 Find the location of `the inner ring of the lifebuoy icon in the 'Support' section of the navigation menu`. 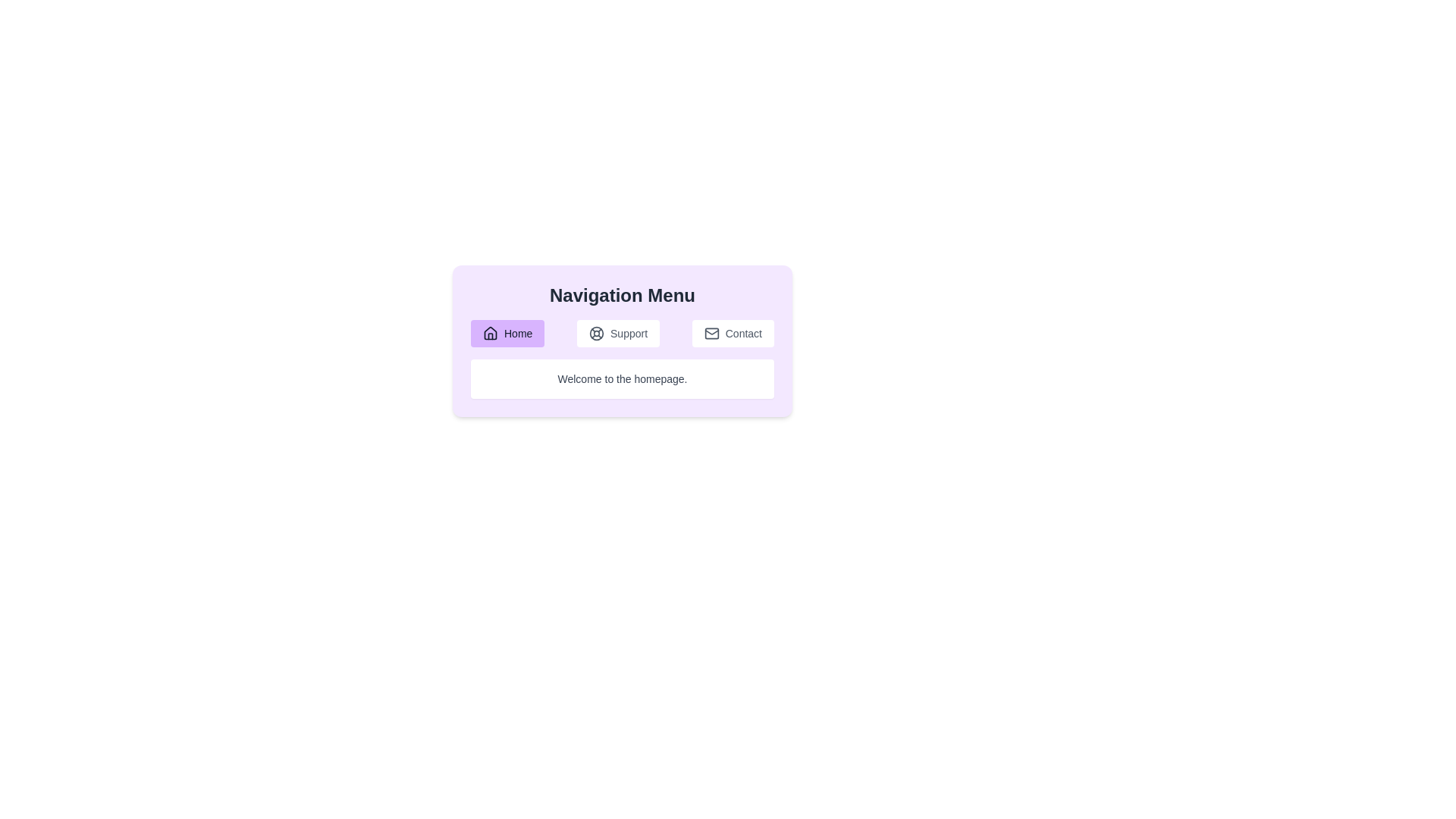

the inner ring of the lifebuoy icon in the 'Support' section of the navigation menu is located at coordinates (596, 332).